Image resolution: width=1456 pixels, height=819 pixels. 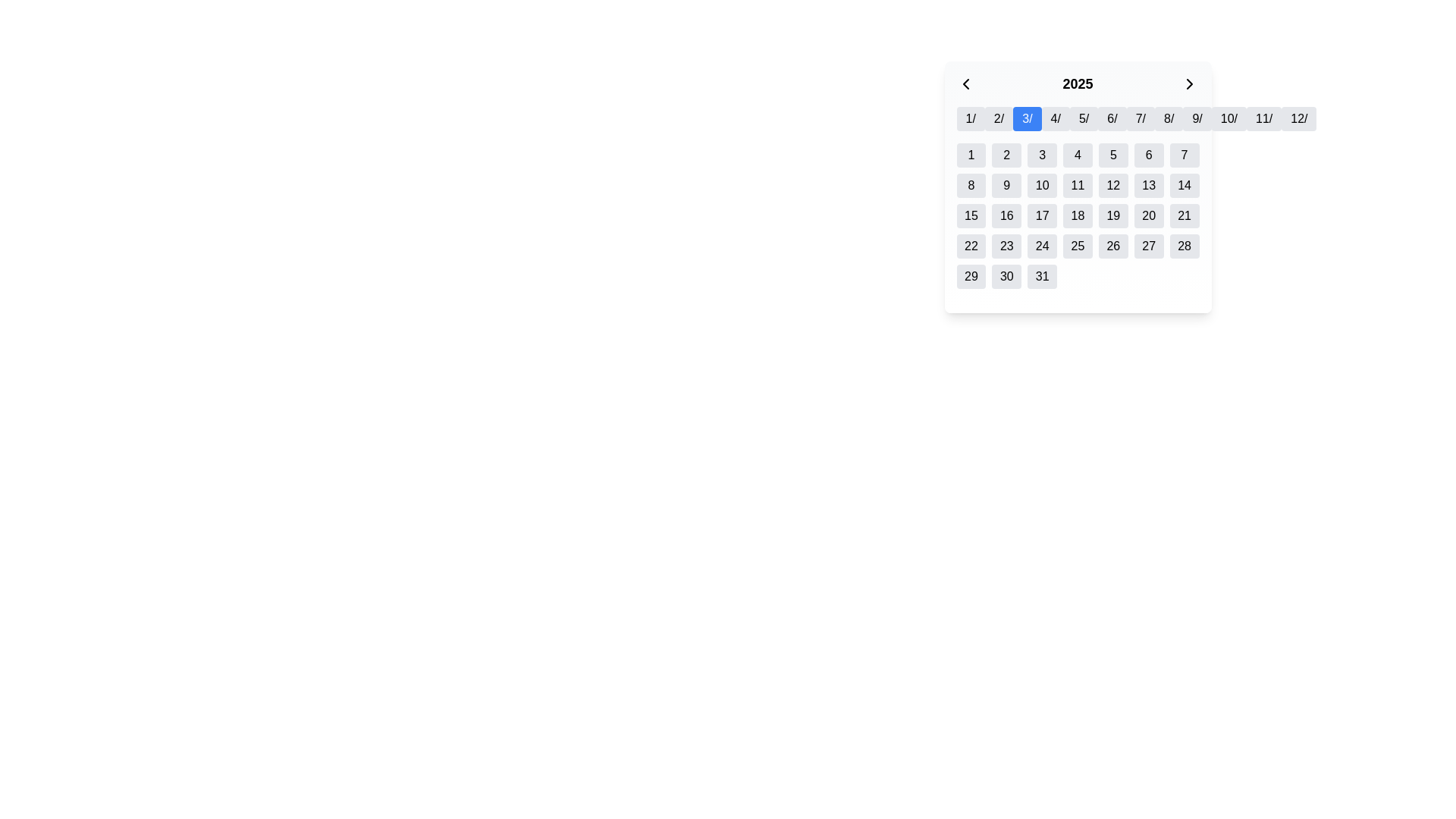 What do you see at coordinates (971, 185) in the screenshot?
I see `the interactive button in the grid layout that allows users` at bounding box center [971, 185].